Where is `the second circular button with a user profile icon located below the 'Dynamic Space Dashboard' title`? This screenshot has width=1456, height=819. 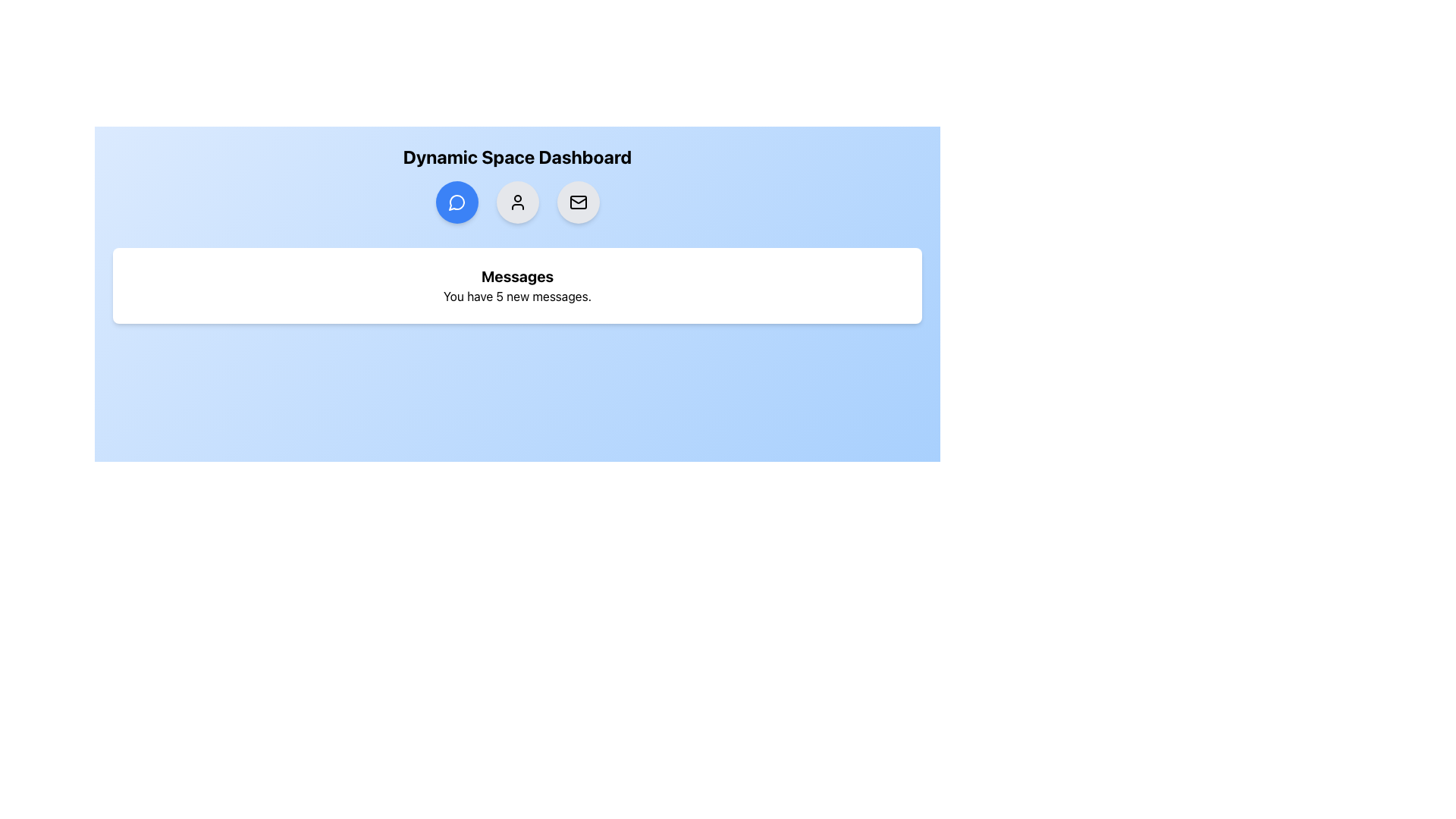
the second circular button with a user profile icon located below the 'Dynamic Space Dashboard' title is located at coordinates (517, 201).